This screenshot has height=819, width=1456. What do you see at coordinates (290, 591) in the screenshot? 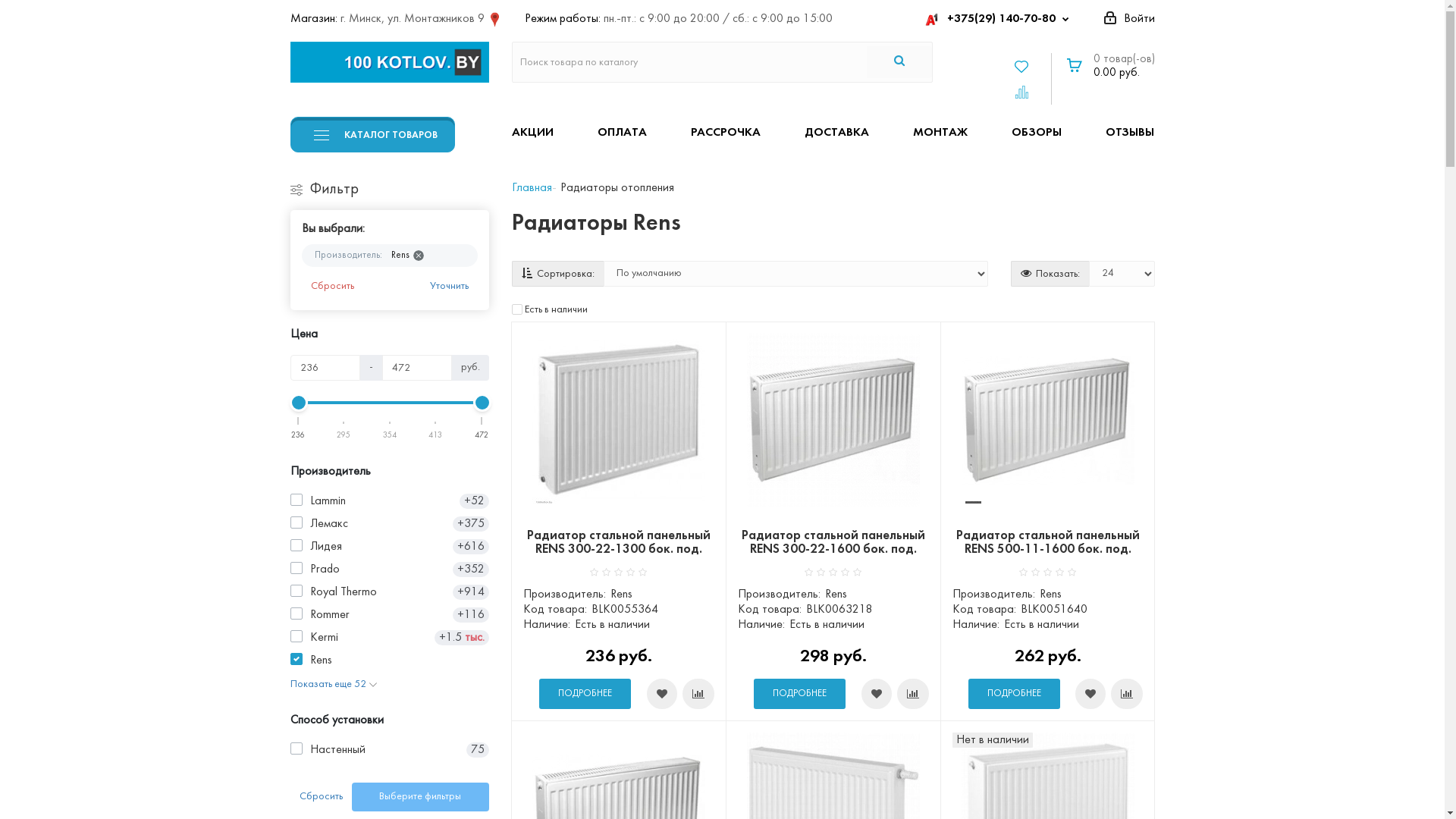
I see `'Royal Thermo` at bounding box center [290, 591].